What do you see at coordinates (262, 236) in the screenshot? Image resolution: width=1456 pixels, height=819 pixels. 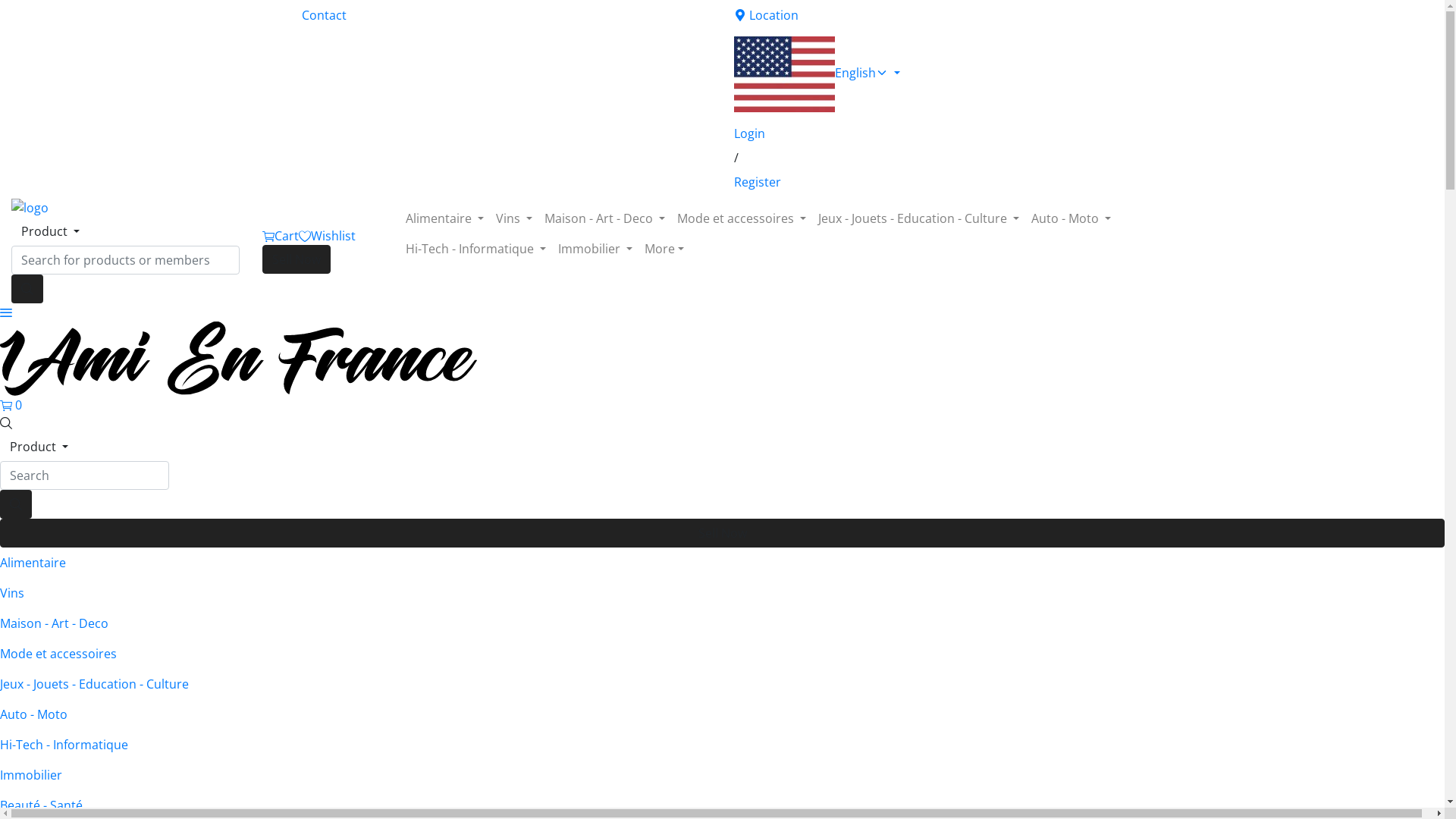 I see `'Cart'` at bounding box center [262, 236].